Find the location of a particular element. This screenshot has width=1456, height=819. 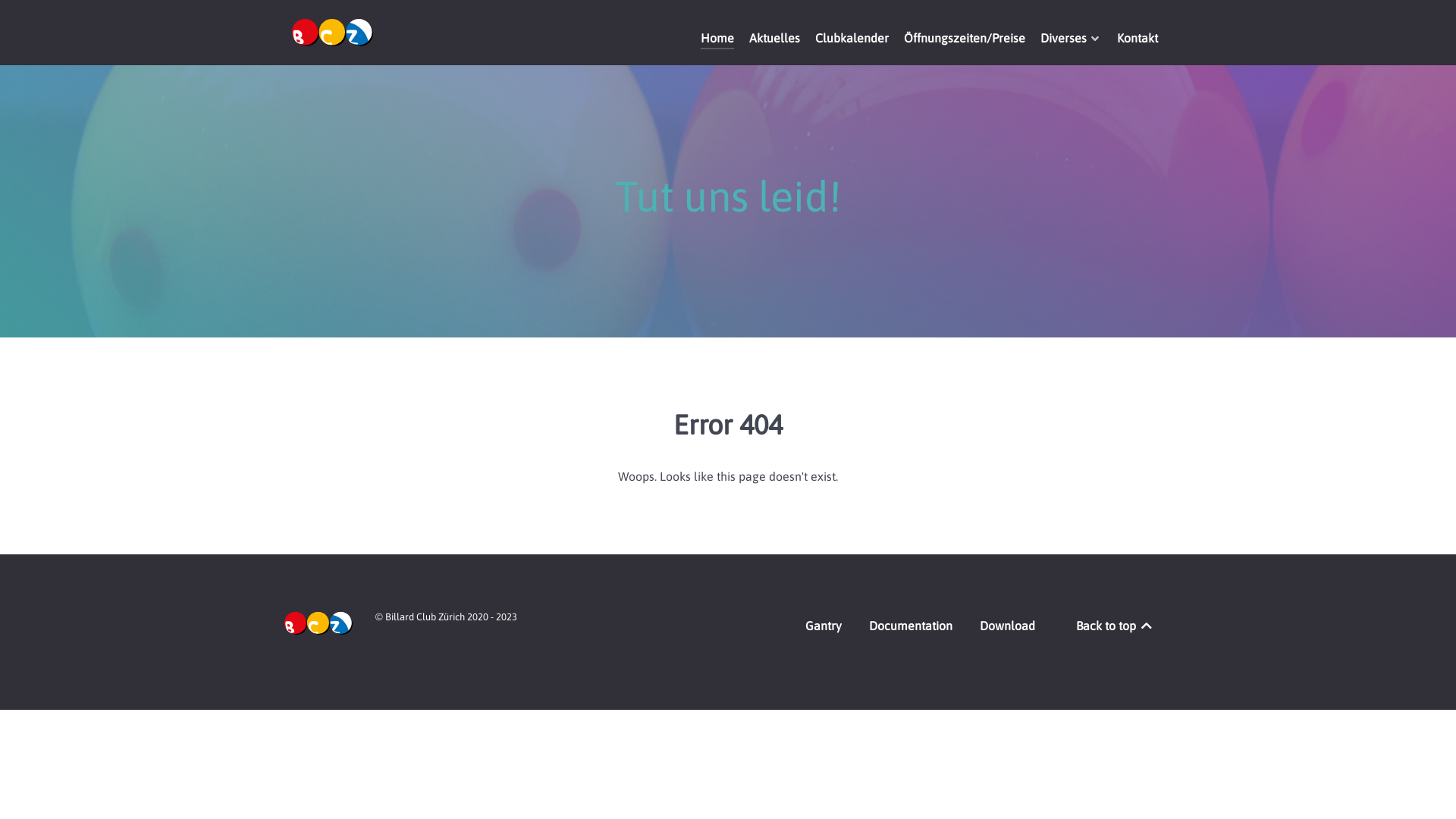

'Home' is located at coordinates (716, 38).